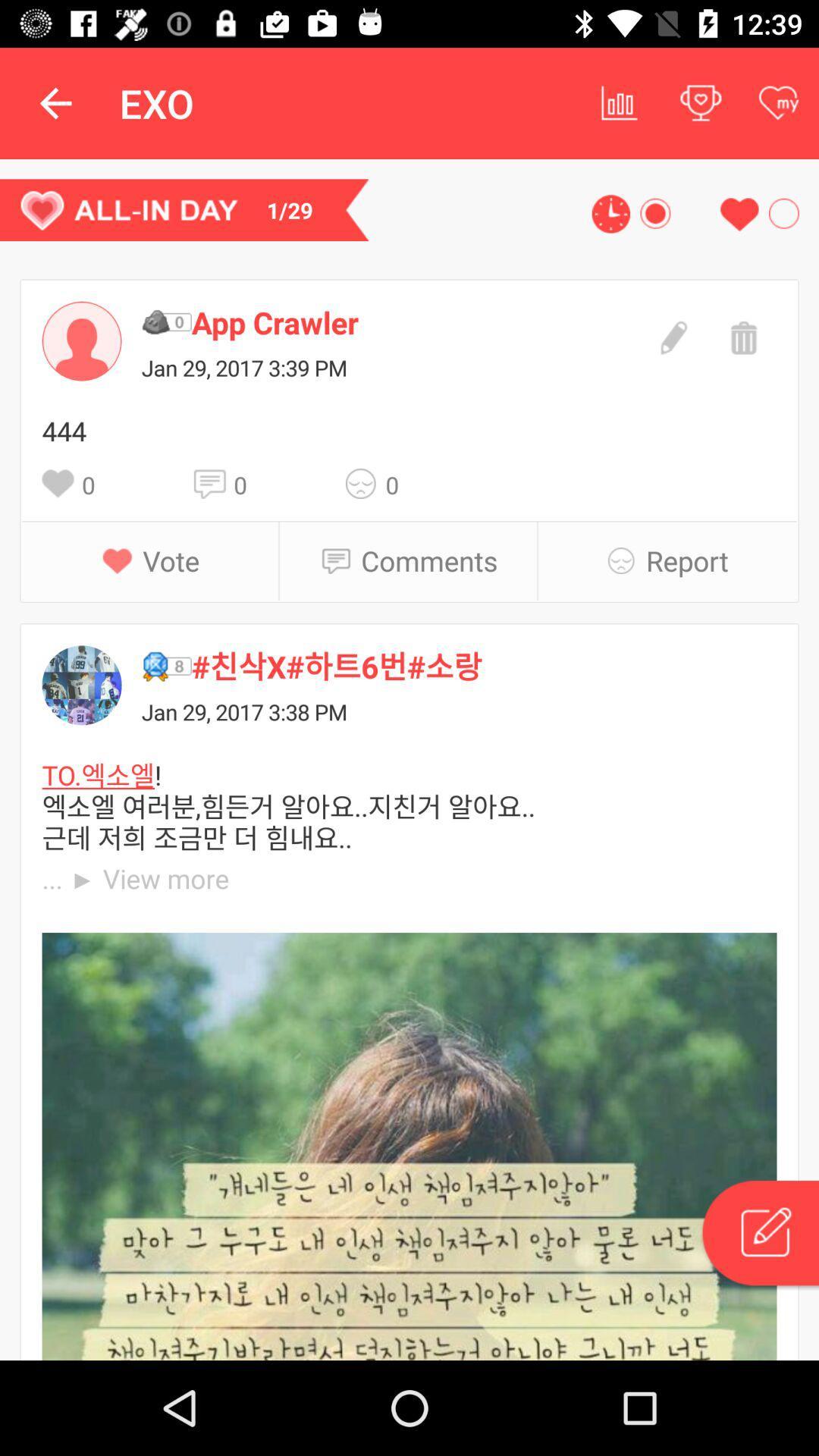  What do you see at coordinates (759, 1235) in the screenshot?
I see `post` at bounding box center [759, 1235].